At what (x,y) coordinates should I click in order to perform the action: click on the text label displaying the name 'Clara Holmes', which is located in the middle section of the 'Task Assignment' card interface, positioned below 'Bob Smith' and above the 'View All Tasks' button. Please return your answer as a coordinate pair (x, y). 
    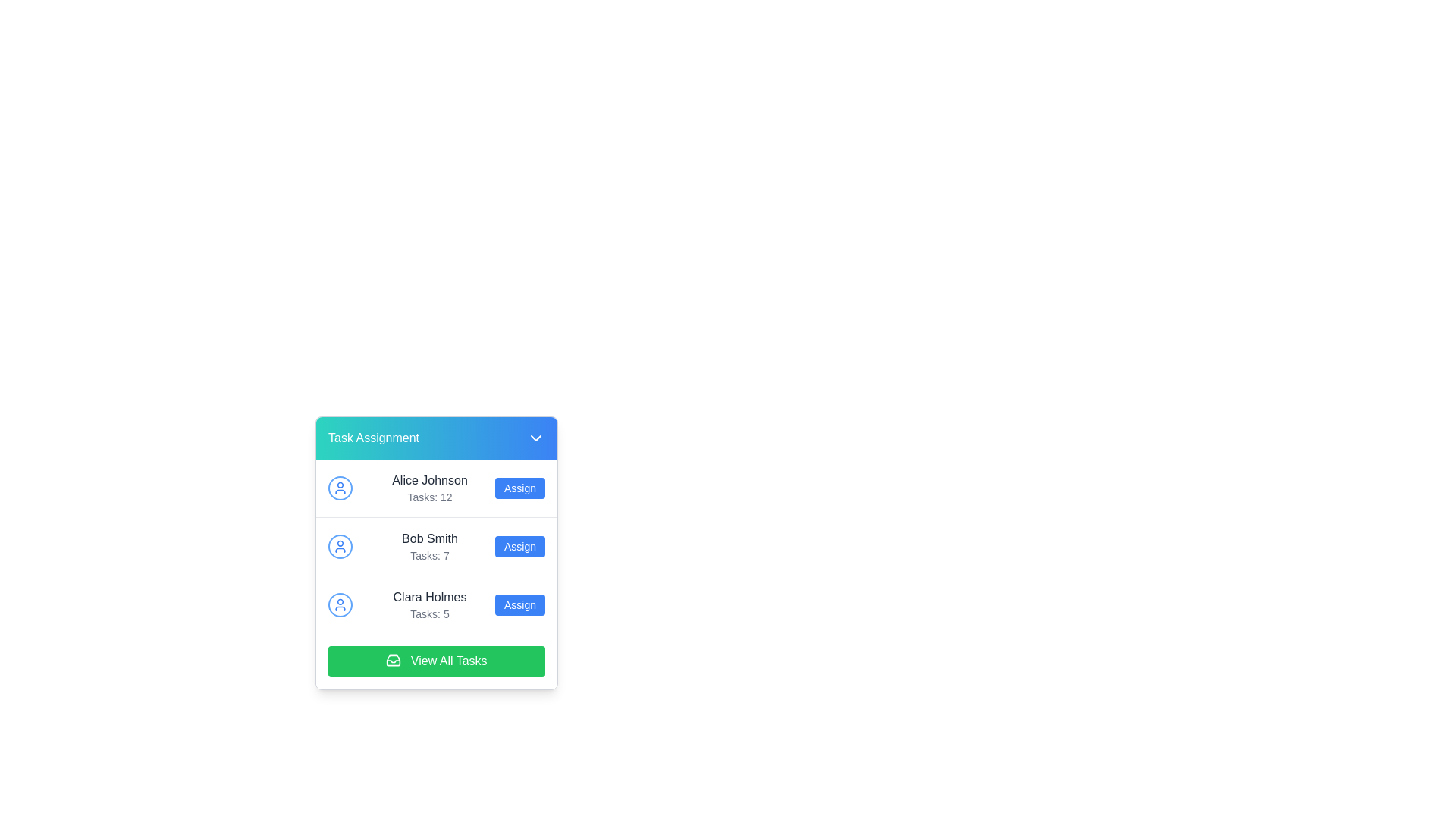
    Looking at the image, I should click on (428, 596).